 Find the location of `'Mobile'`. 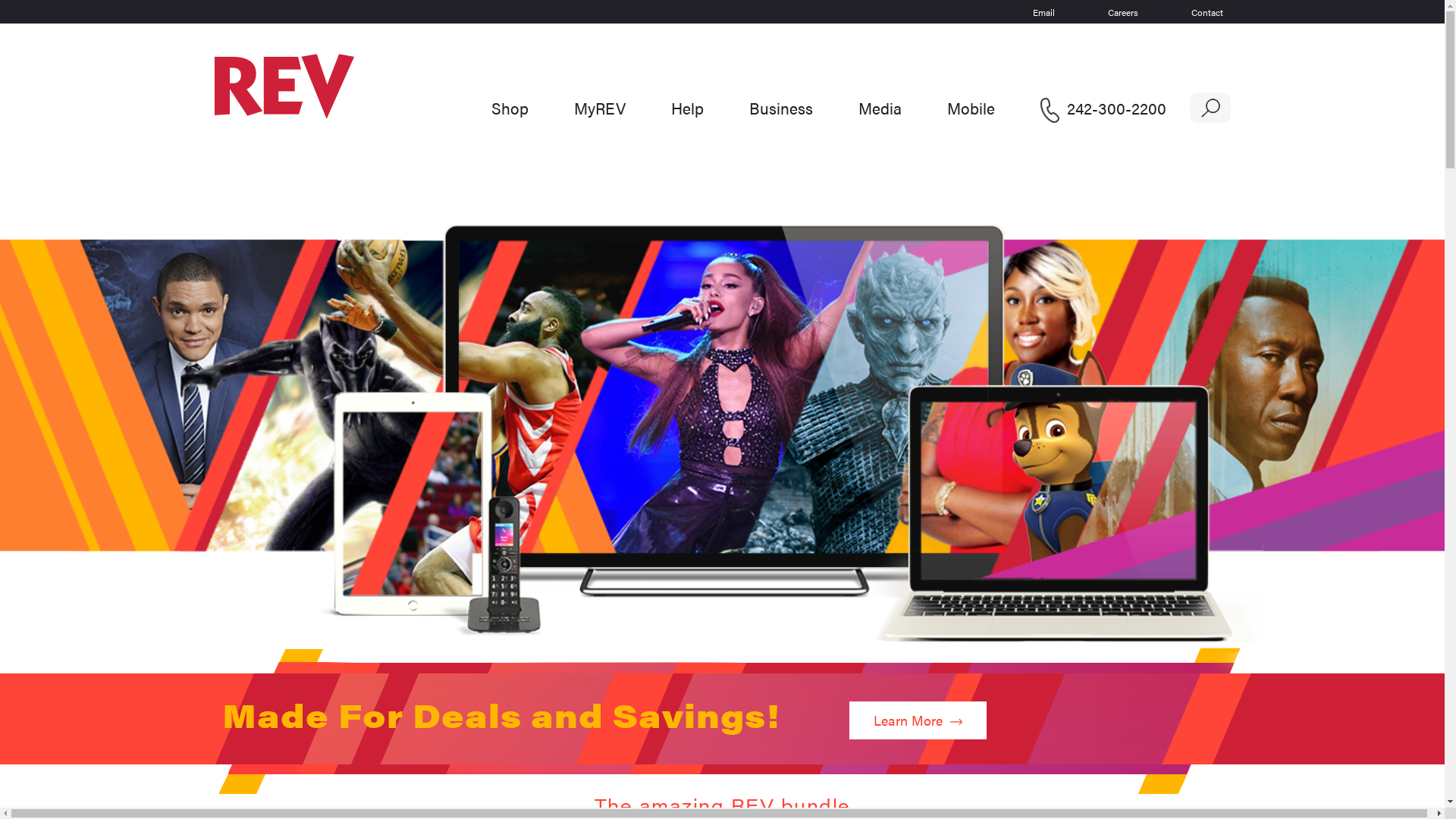

'Mobile' is located at coordinates (971, 107).